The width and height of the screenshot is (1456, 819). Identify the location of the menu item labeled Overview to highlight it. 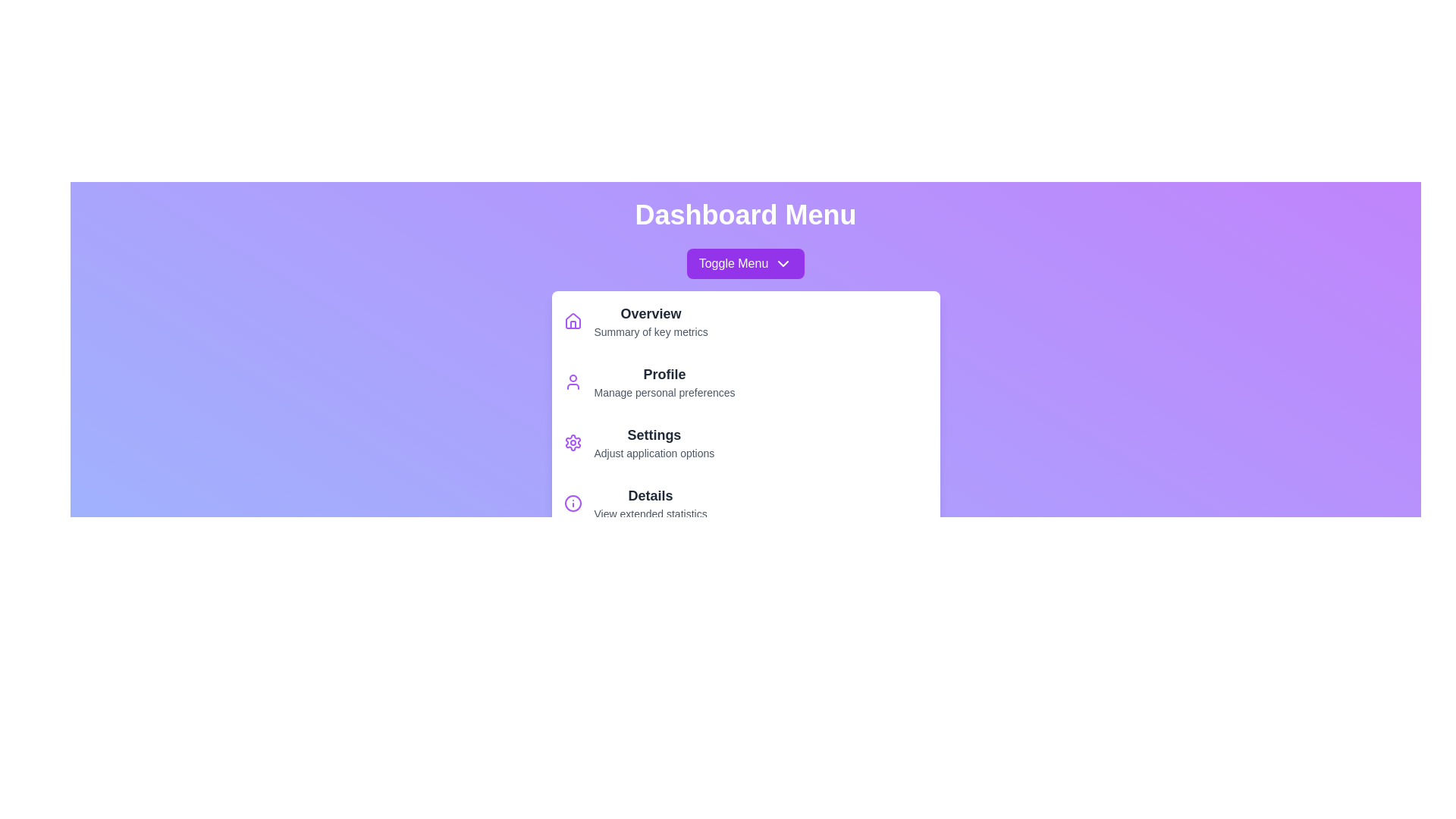
(745, 321).